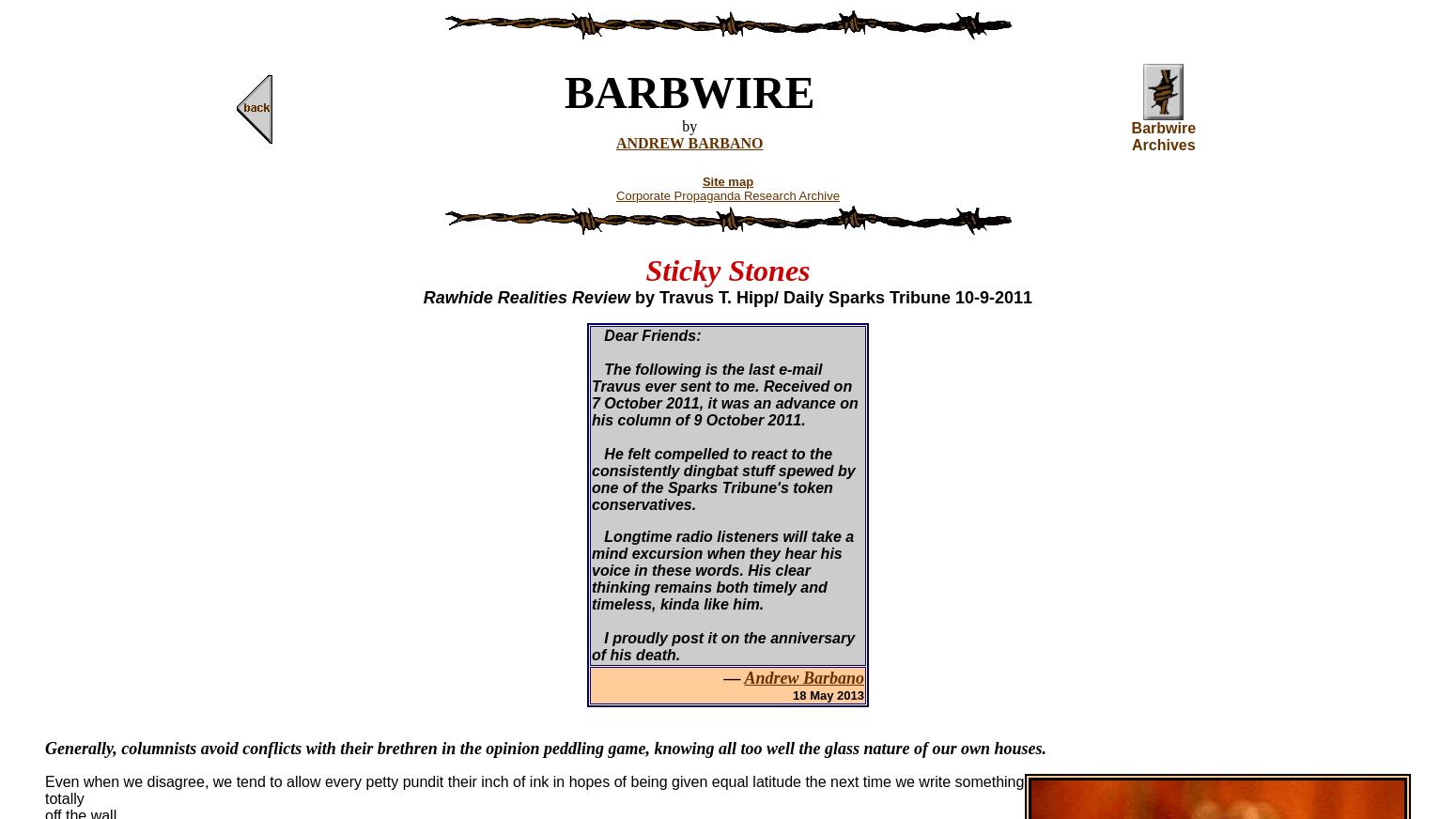 This screenshot has height=819, width=1456. What do you see at coordinates (727, 181) in the screenshot?
I see `'Site 
  map'` at bounding box center [727, 181].